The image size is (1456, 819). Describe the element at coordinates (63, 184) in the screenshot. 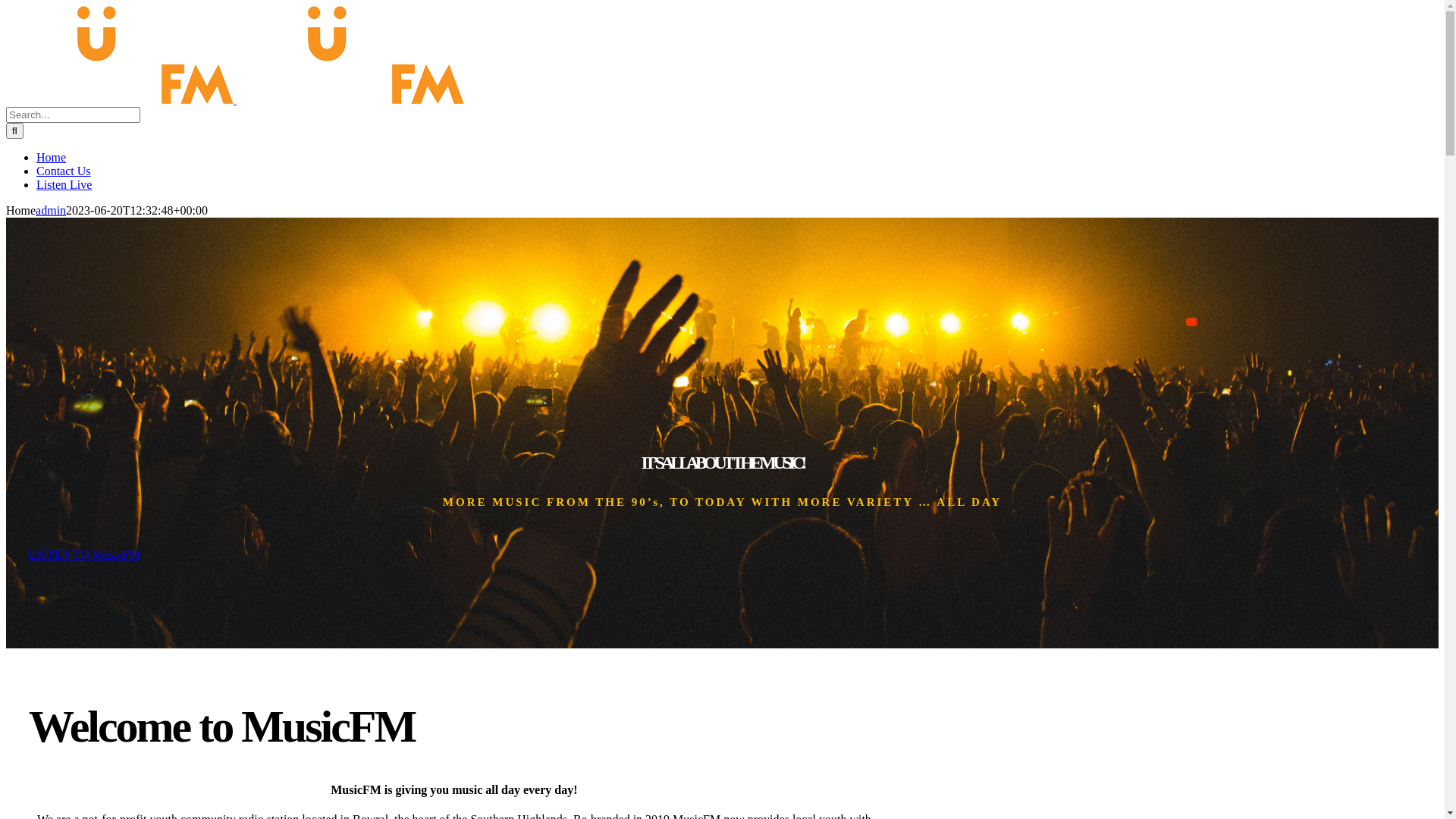

I see `'Listen Live'` at that location.